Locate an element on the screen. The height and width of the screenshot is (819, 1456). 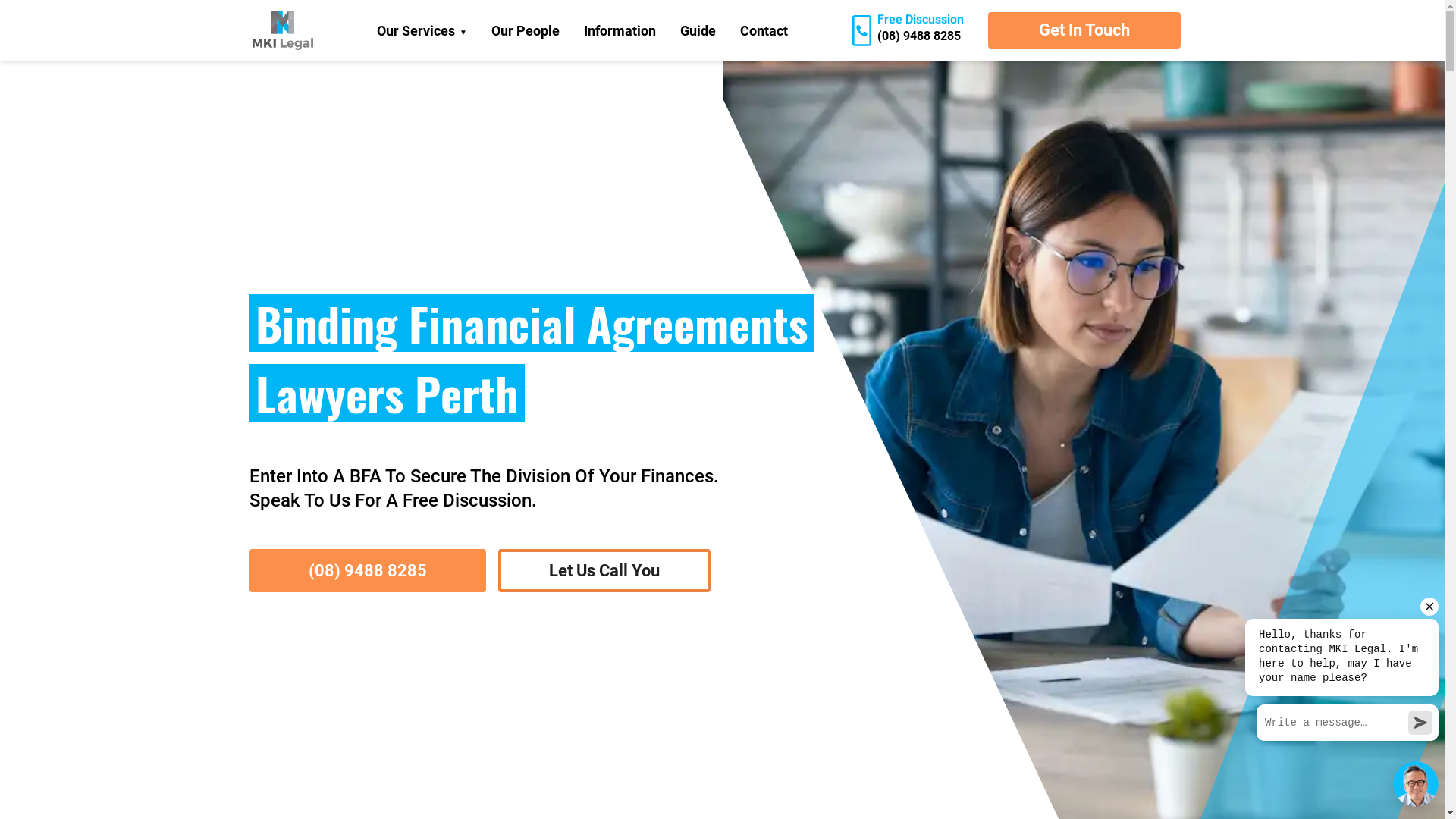
'Free Discussion is located at coordinates (839, 30).